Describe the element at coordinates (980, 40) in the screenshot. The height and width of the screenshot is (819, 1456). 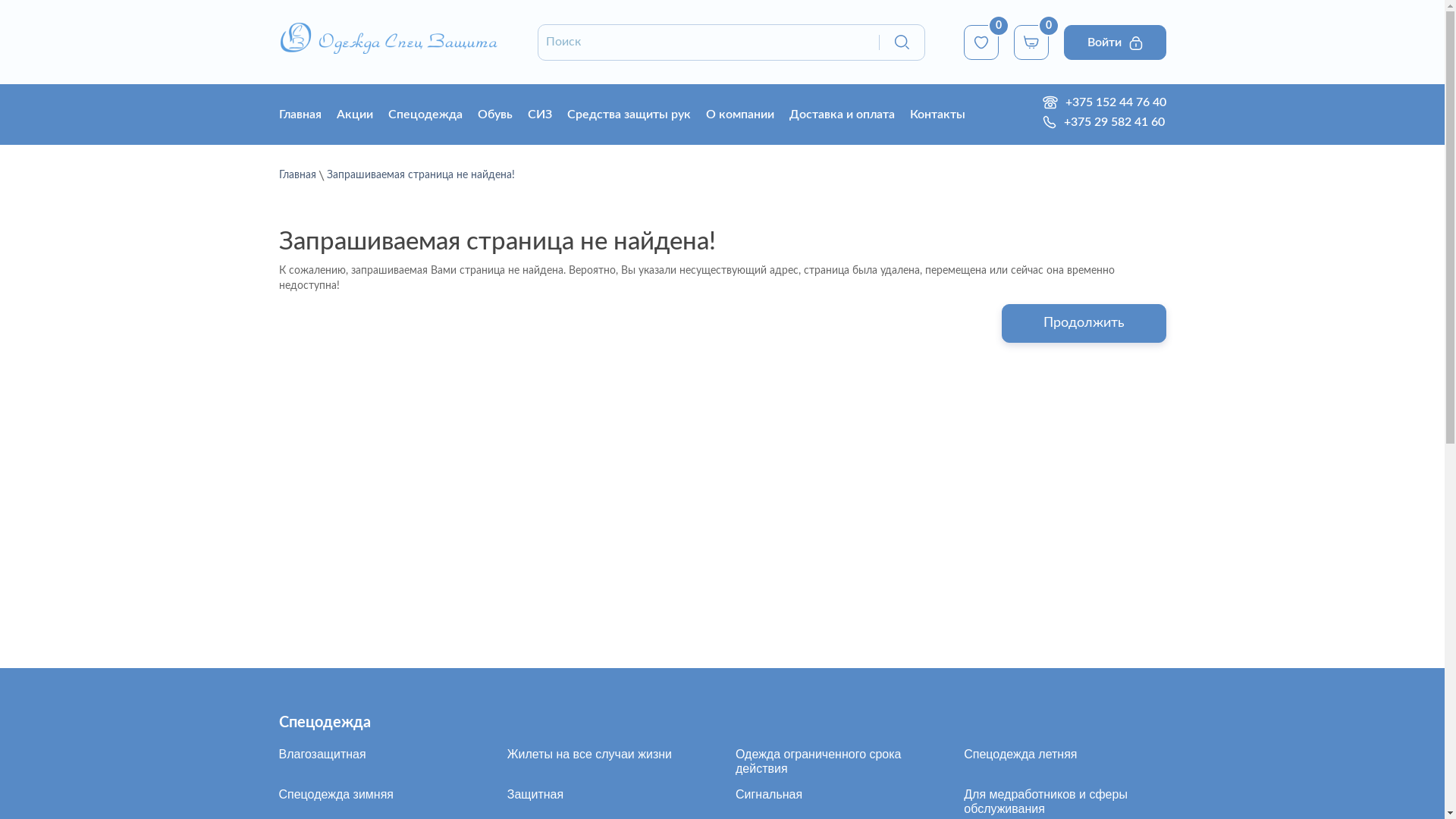
I see `'0'` at that location.